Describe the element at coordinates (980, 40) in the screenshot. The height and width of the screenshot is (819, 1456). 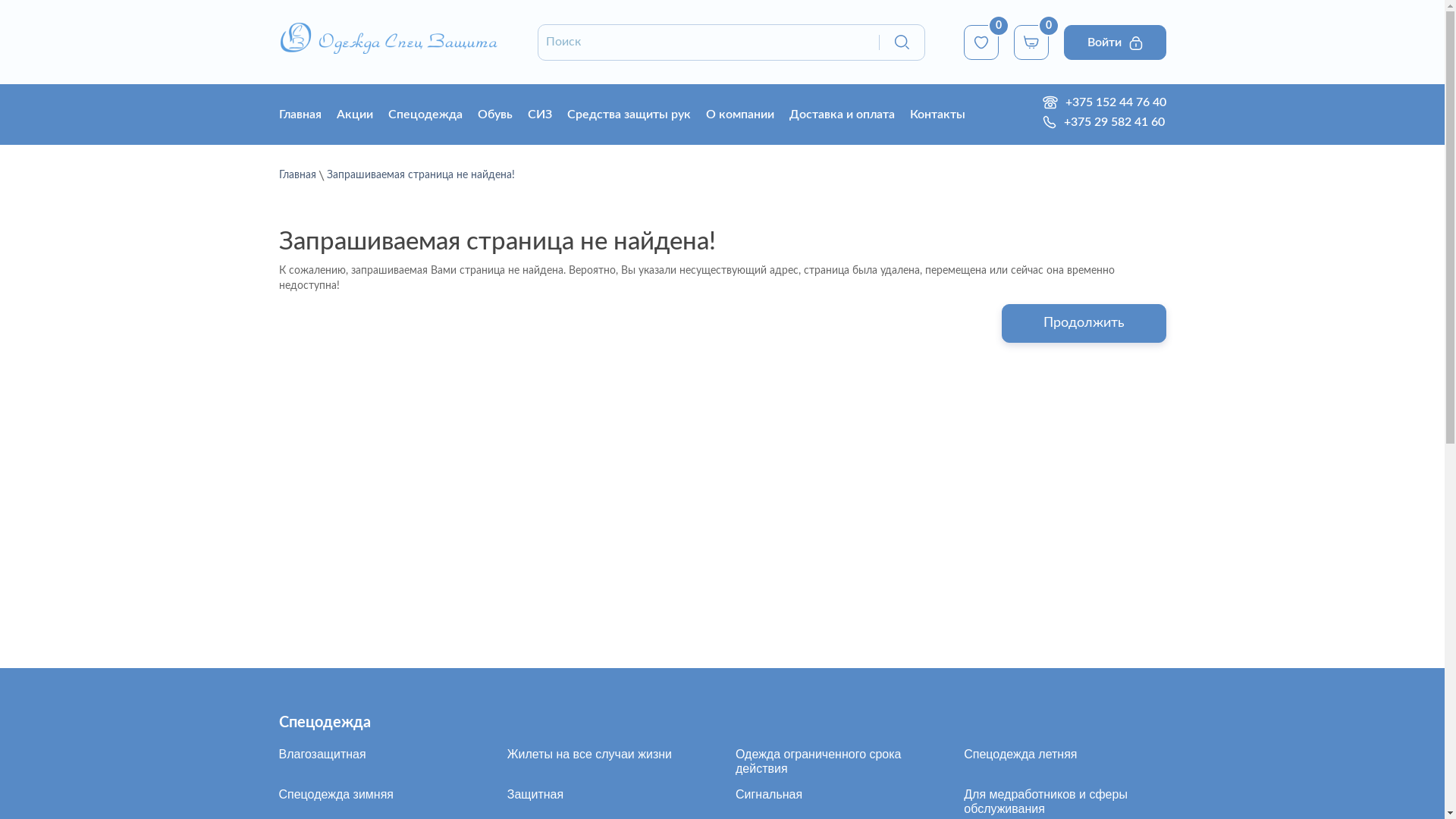
I see `'0'` at that location.